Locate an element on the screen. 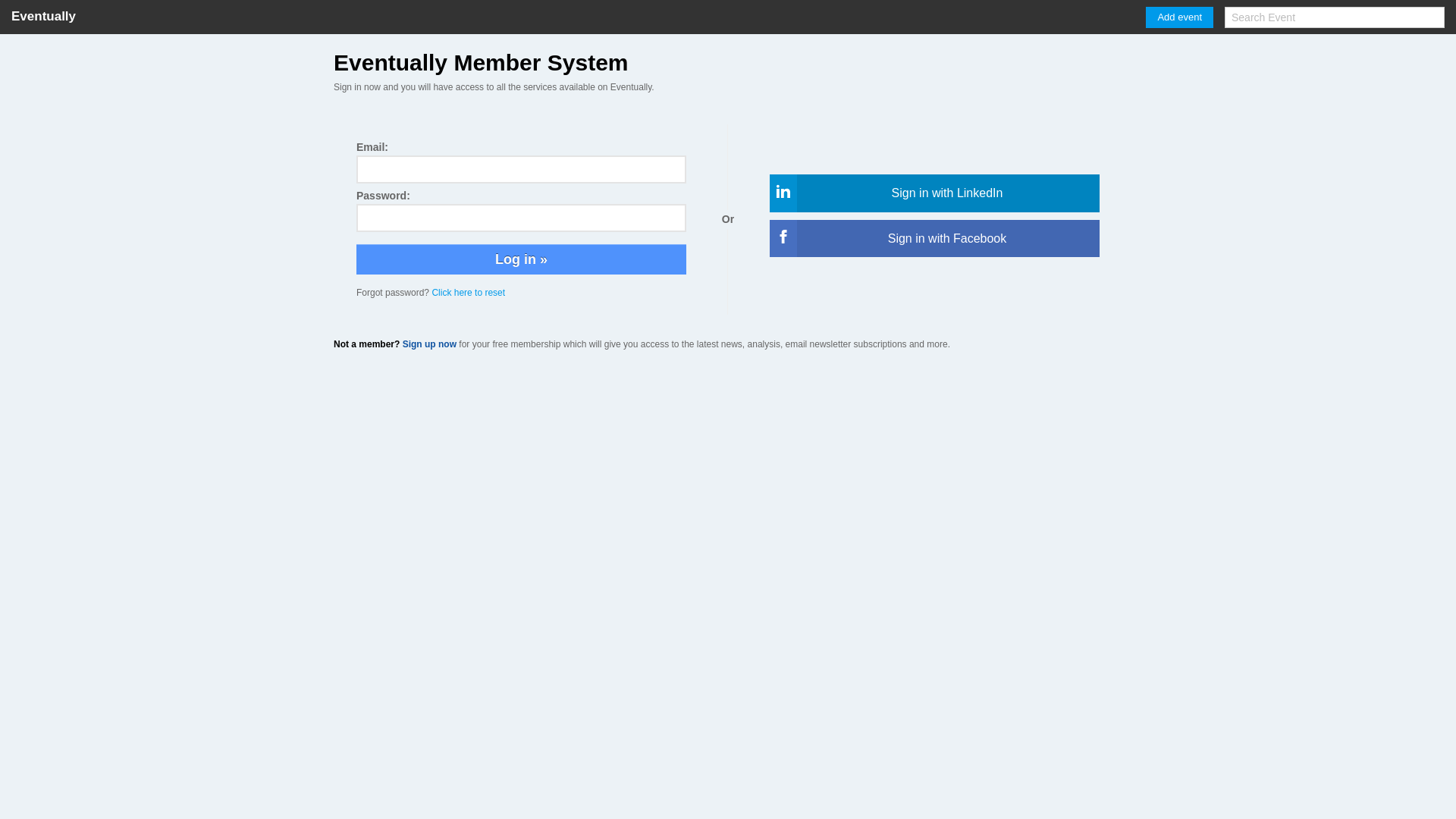 The width and height of the screenshot is (1456, 819). 'Eventually' is located at coordinates (43, 16).